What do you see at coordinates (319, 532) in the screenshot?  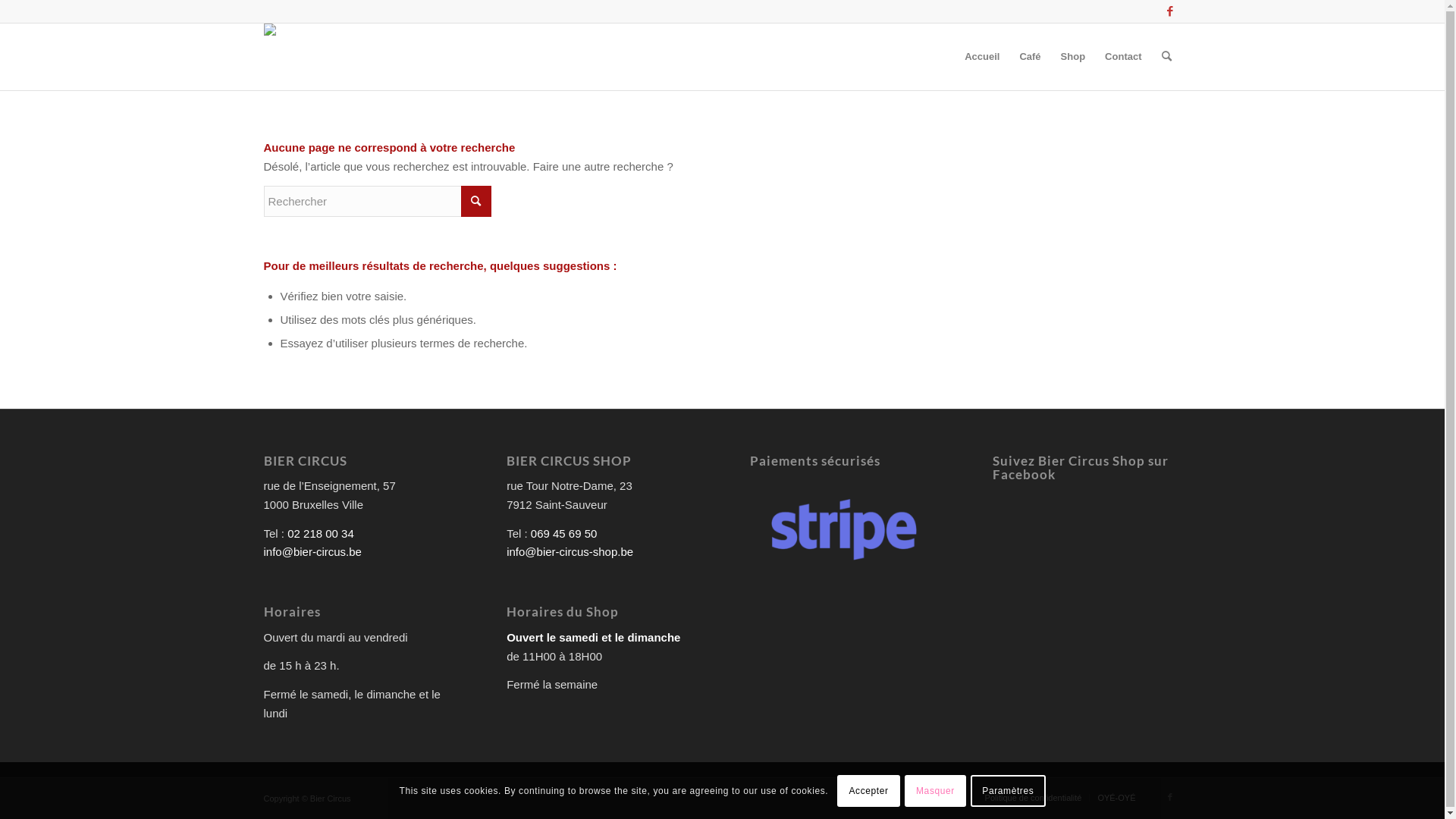 I see `'02 218 00 34'` at bounding box center [319, 532].